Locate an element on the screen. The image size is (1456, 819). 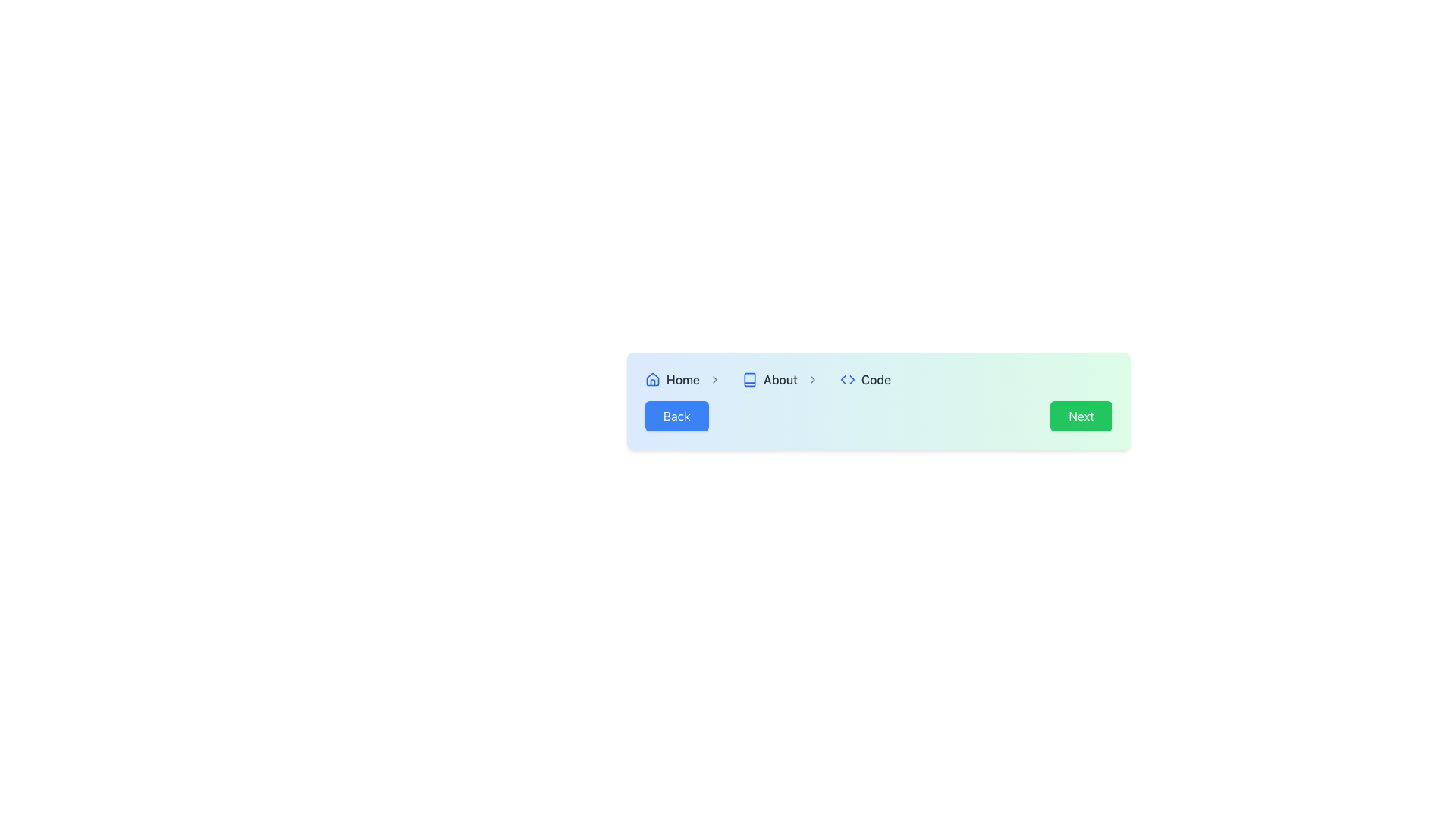
the 'About' hyperlink in the breadcrumb navigation bar is located at coordinates (780, 379).